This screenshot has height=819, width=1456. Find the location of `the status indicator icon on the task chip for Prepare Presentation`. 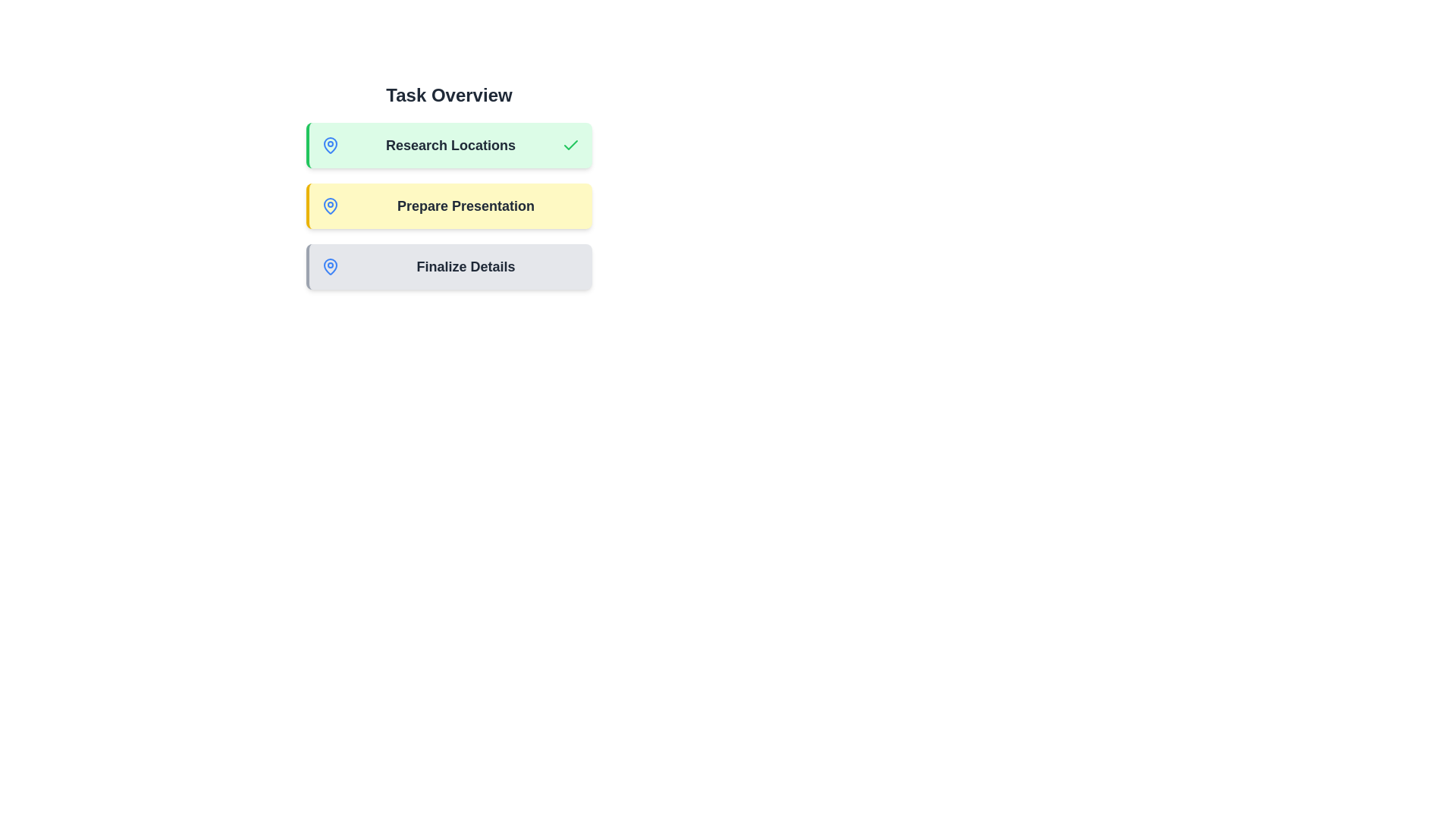

the status indicator icon on the task chip for Prepare Presentation is located at coordinates (330, 206).